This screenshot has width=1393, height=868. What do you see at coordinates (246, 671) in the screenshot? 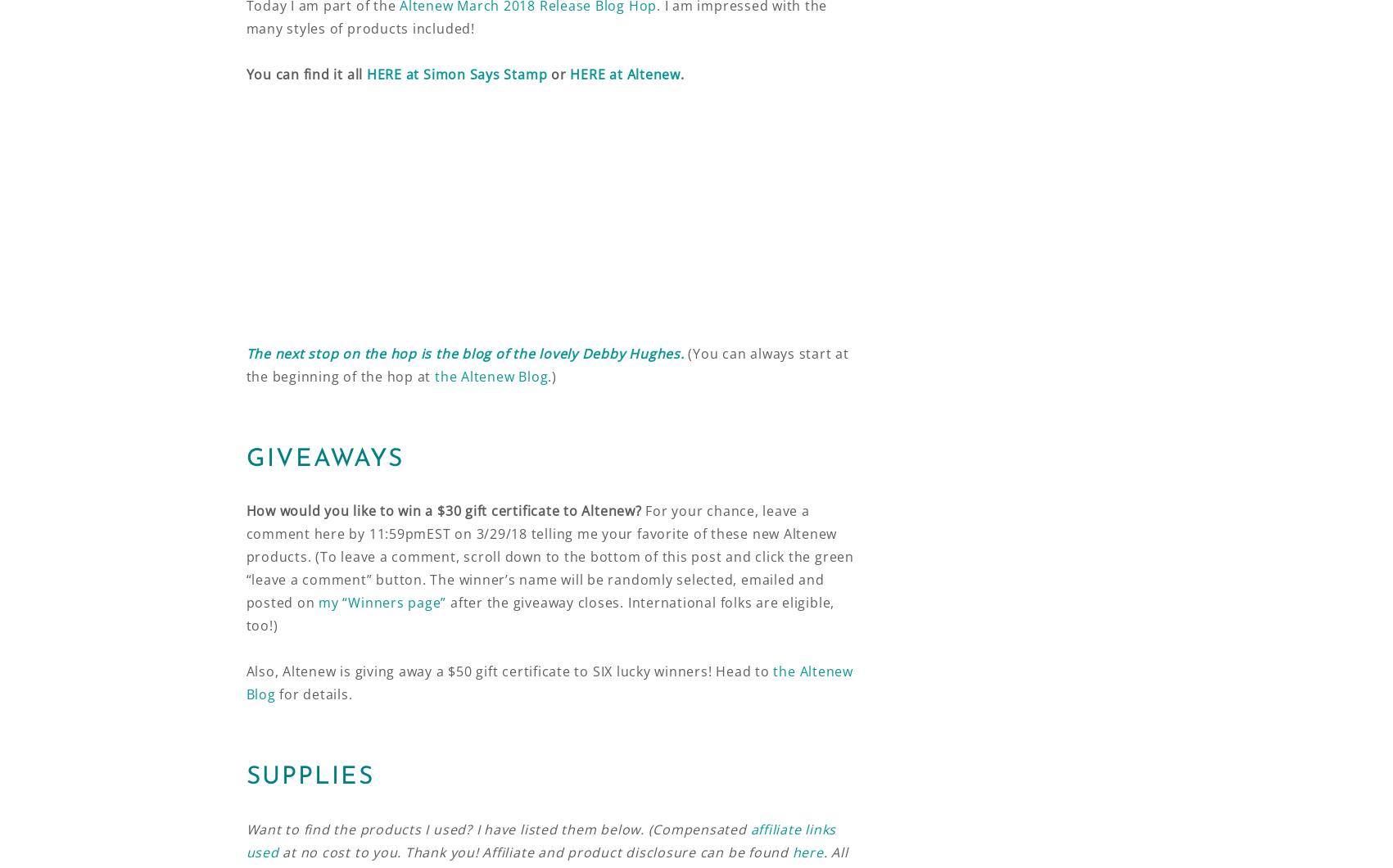
I see `'Also, Altenew is giving away a $50 gift certificate to SIX lucky winners! Head to'` at bounding box center [246, 671].